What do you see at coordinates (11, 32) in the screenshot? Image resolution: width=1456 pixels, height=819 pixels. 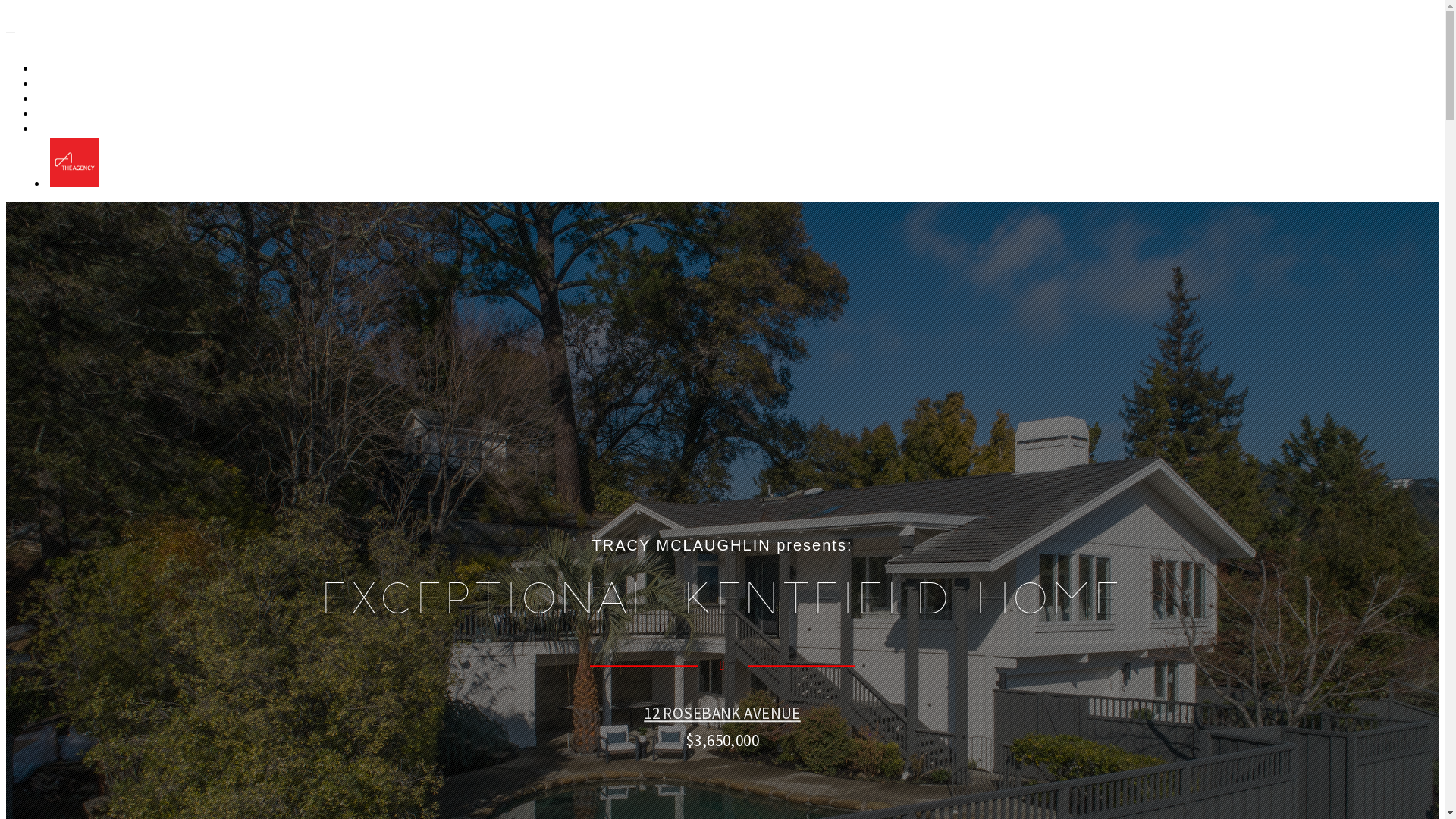 I see `'Toggle navigation'` at bounding box center [11, 32].